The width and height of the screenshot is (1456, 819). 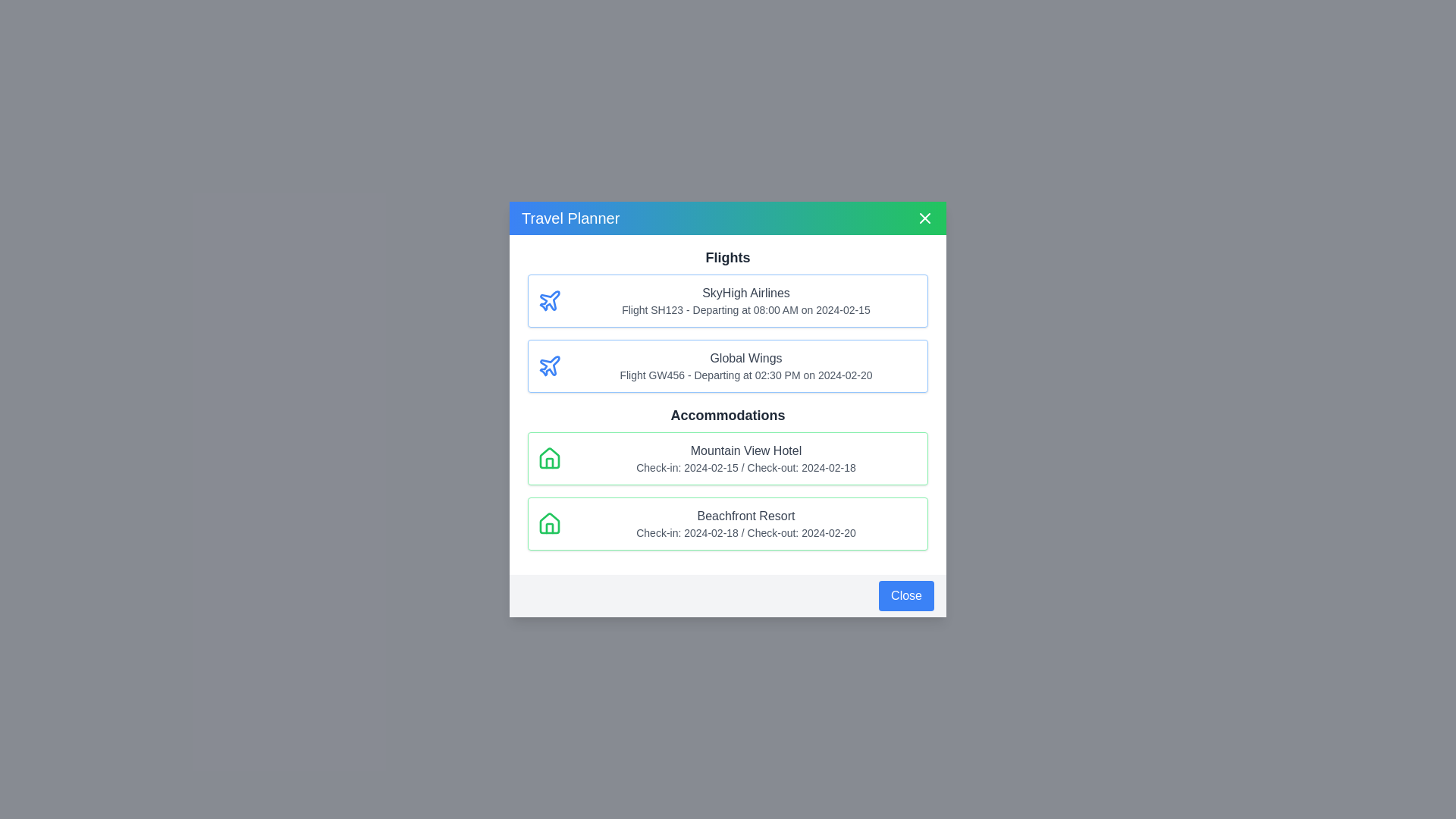 What do you see at coordinates (549, 366) in the screenshot?
I see `the blue minimalist plane icon located in the top left area of the 'SkyHigh Airlines' card to focus on the card content` at bounding box center [549, 366].